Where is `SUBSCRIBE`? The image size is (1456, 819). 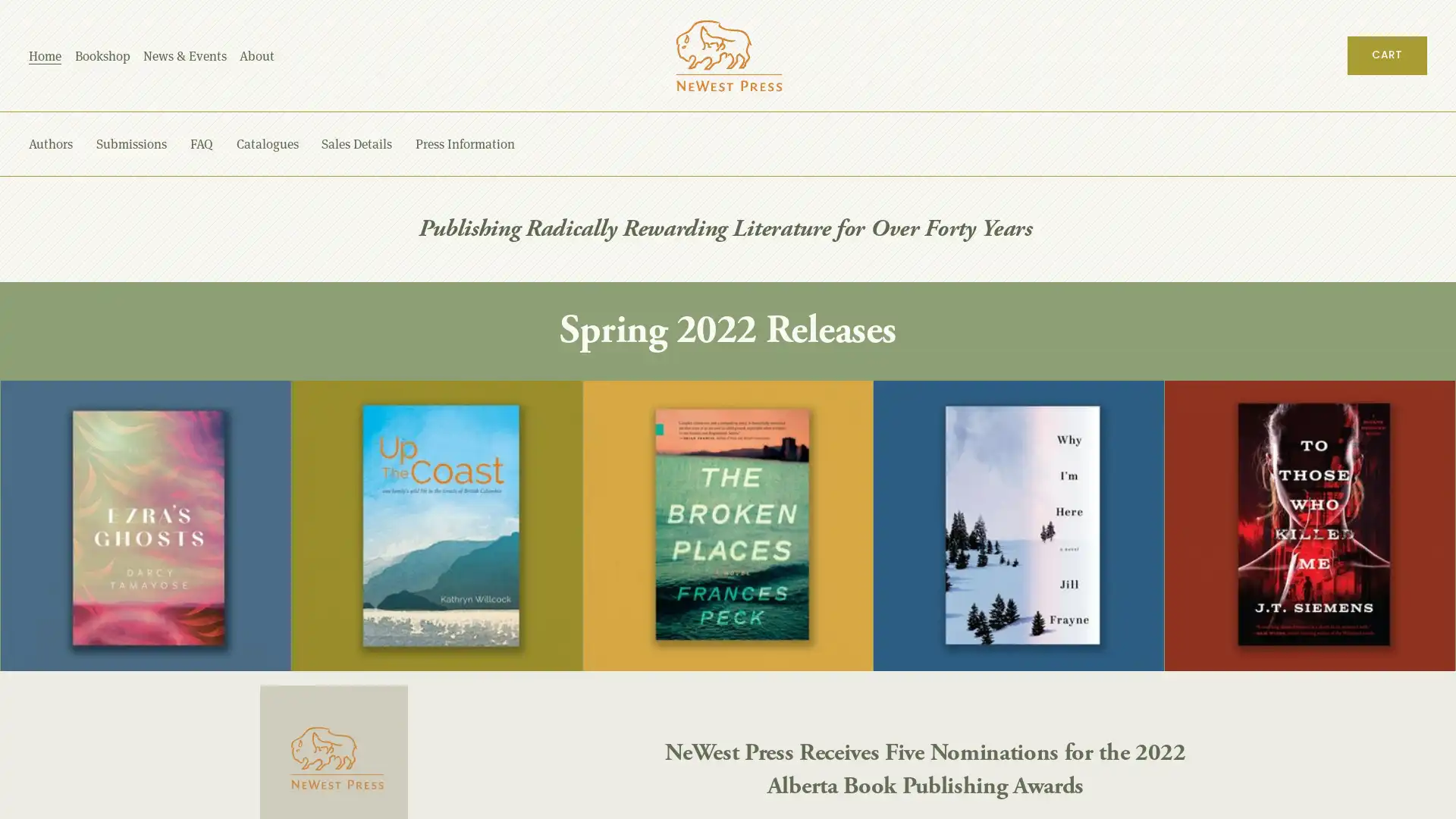
SUBSCRIBE is located at coordinates (1282, 661).